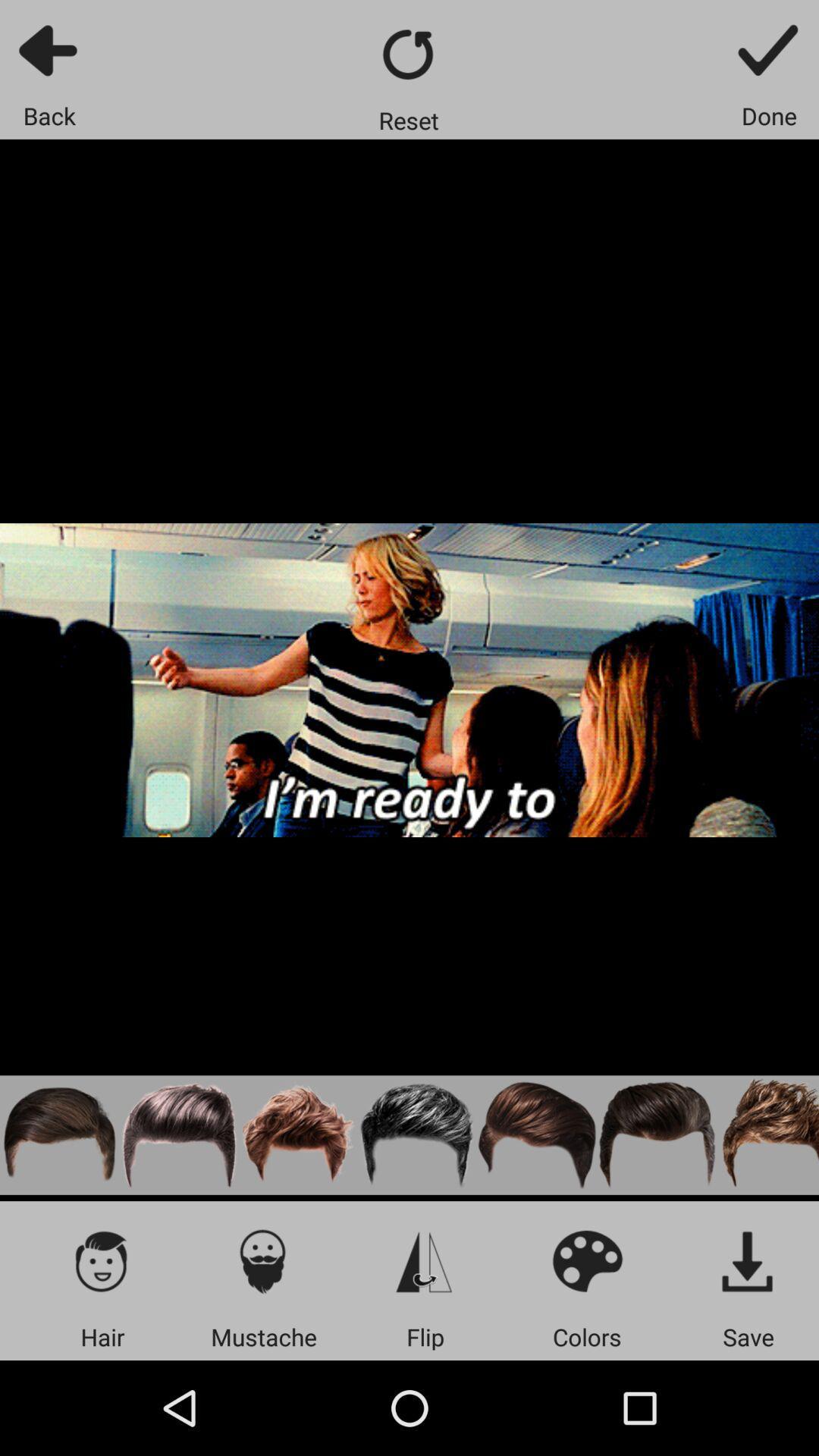 This screenshot has height=1456, width=819. Describe the element at coordinates (748, 1260) in the screenshot. I see `it` at that location.